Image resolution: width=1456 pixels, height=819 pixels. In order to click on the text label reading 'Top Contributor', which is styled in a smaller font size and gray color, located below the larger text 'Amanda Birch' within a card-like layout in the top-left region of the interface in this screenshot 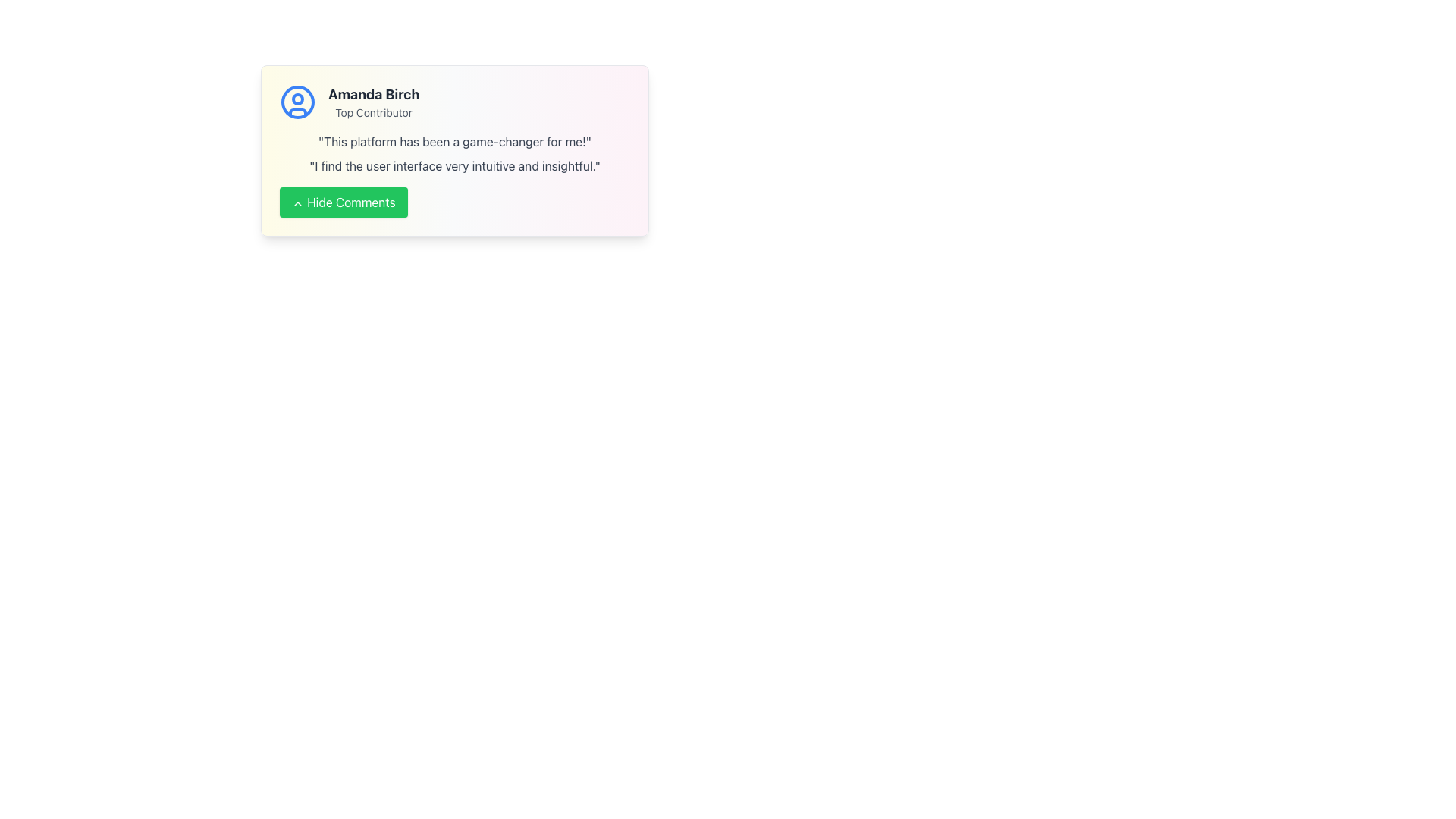, I will do `click(374, 112)`.